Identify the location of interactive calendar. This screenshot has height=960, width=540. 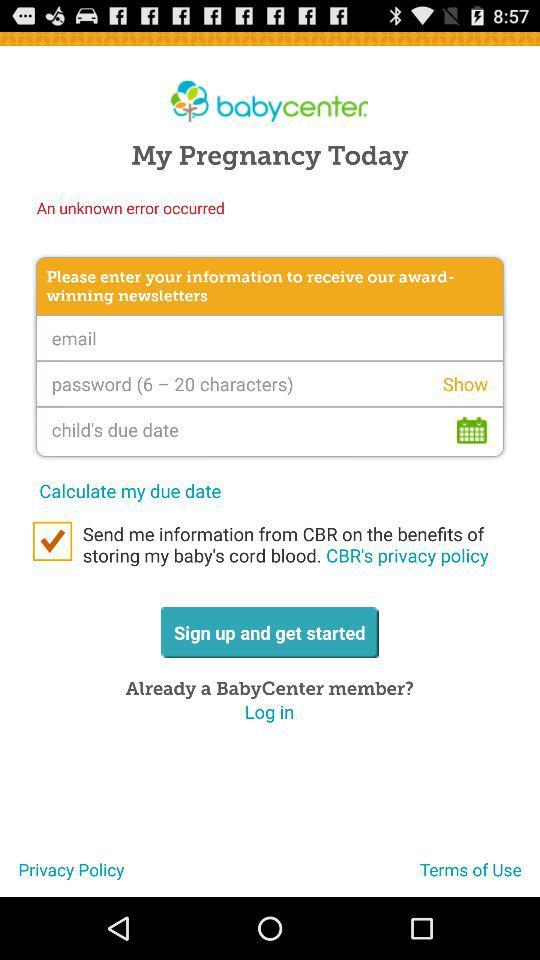
(270, 431).